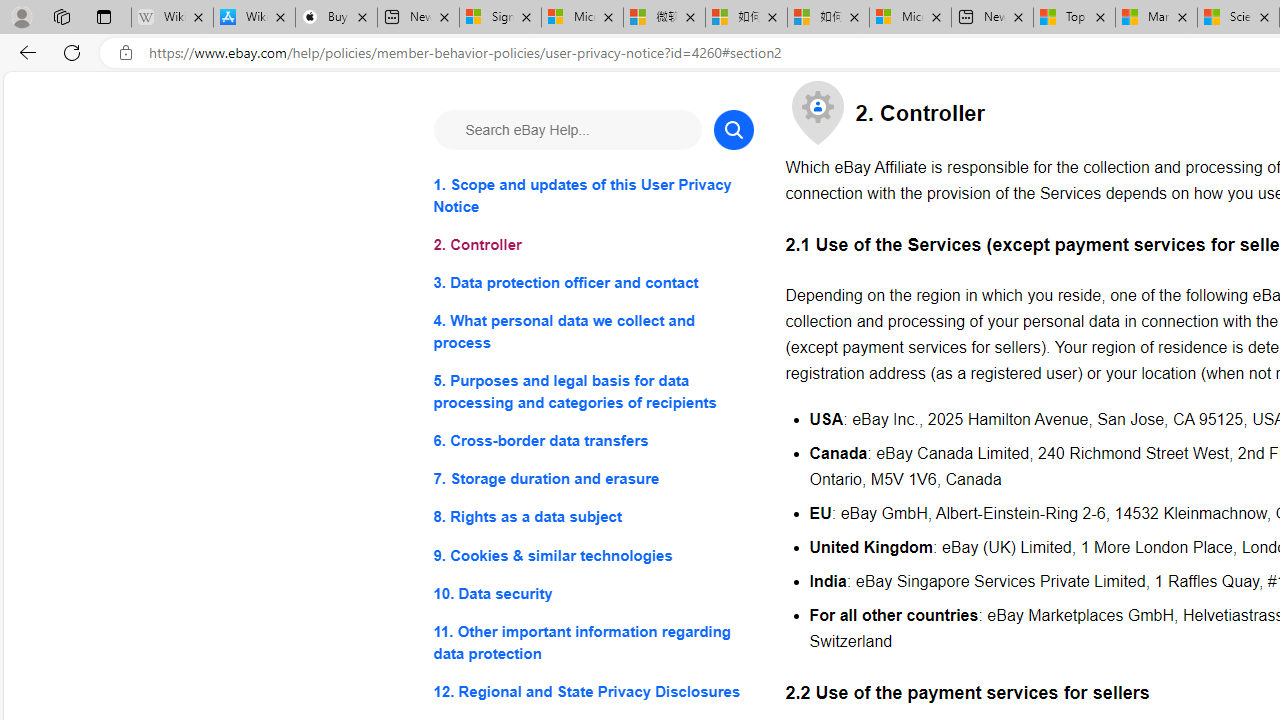 Image resolution: width=1280 pixels, height=720 pixels. What do you see at coordinates (336, 17) in the screenshot?
I see `'Buy iPad - Apple'` at bounding box center [336, 17].